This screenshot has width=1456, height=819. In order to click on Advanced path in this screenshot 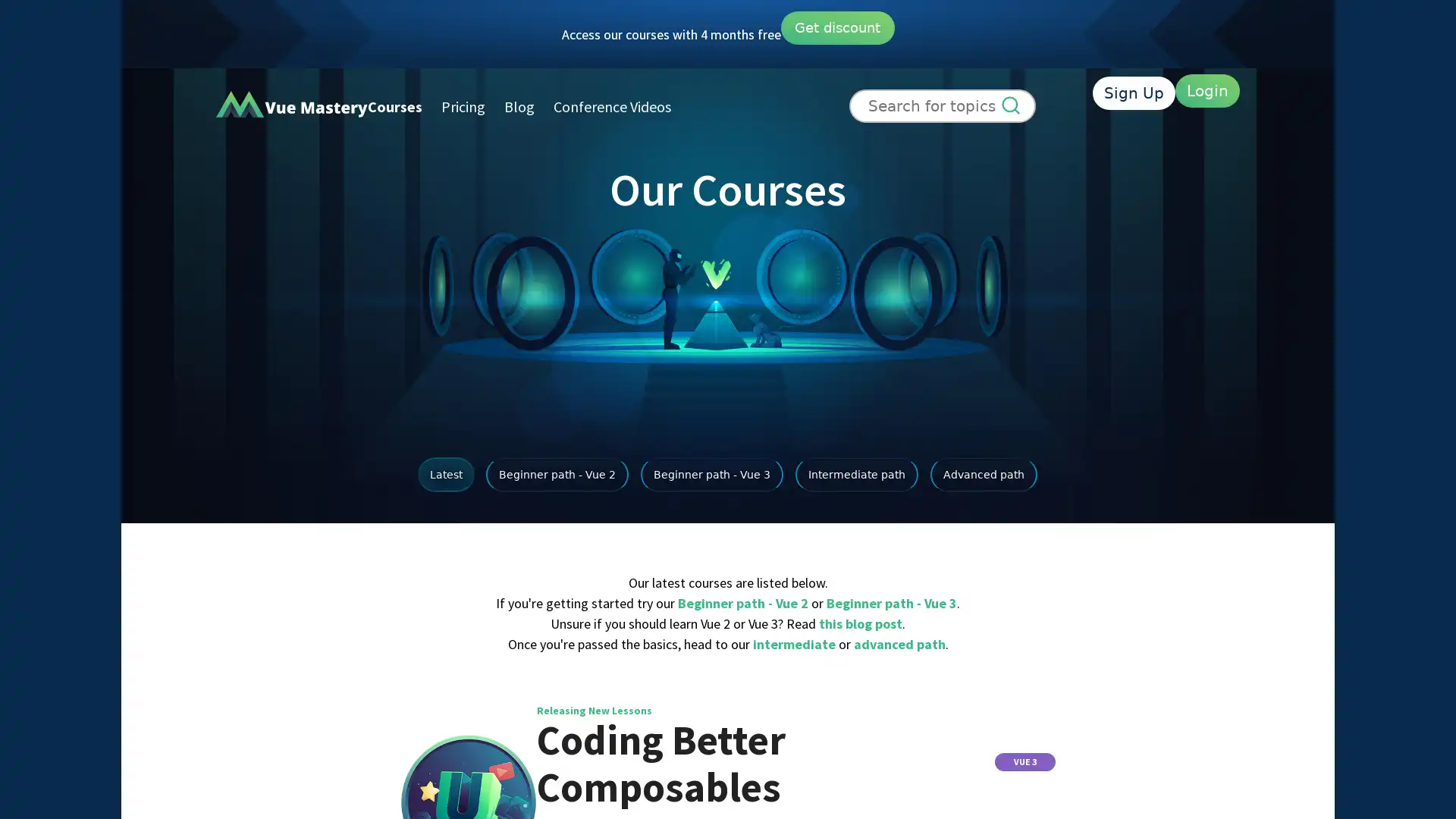, I will do `click(1076, 473)`.